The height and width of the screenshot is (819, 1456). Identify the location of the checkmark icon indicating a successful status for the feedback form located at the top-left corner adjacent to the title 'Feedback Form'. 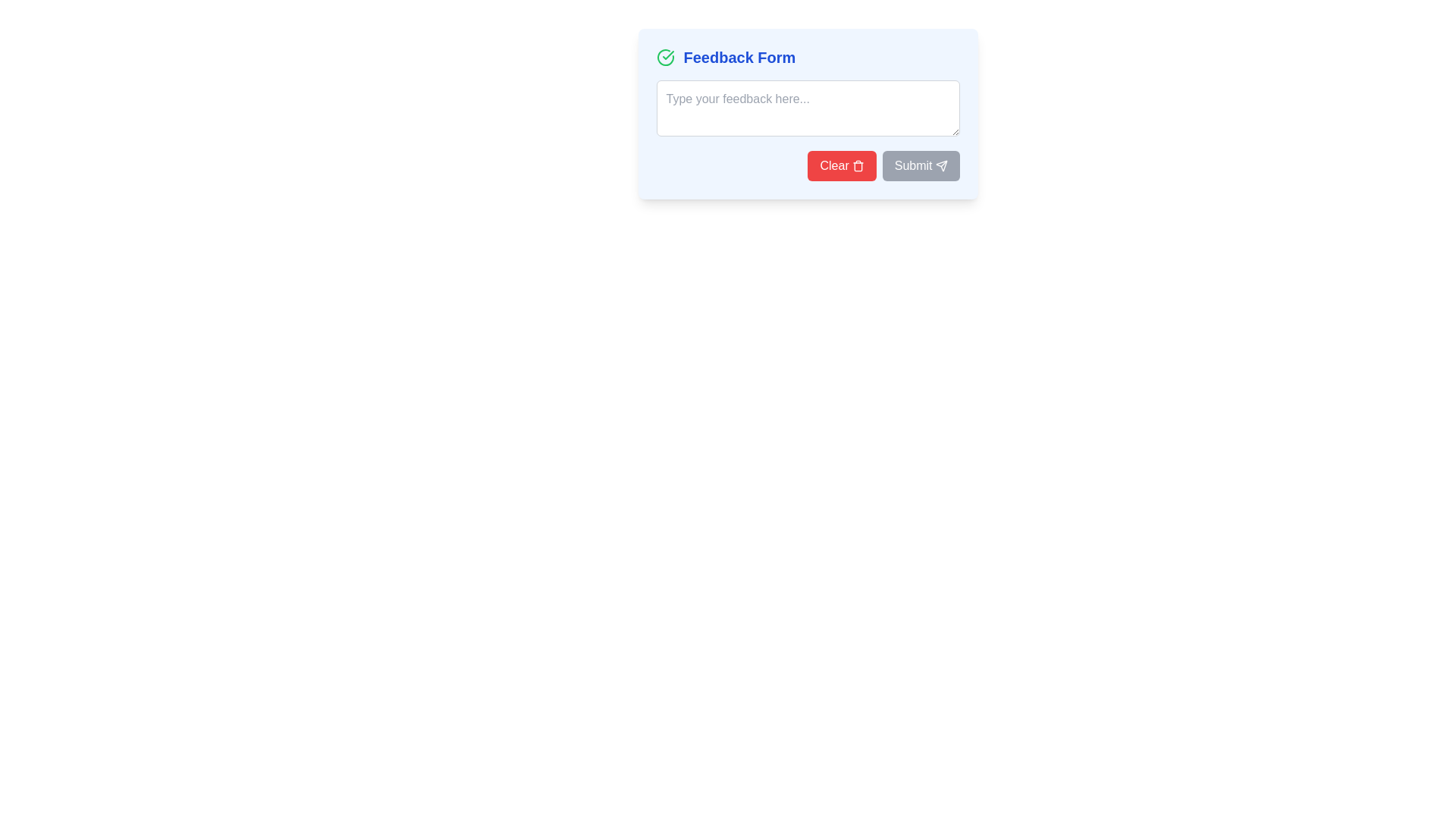
(665, 57).